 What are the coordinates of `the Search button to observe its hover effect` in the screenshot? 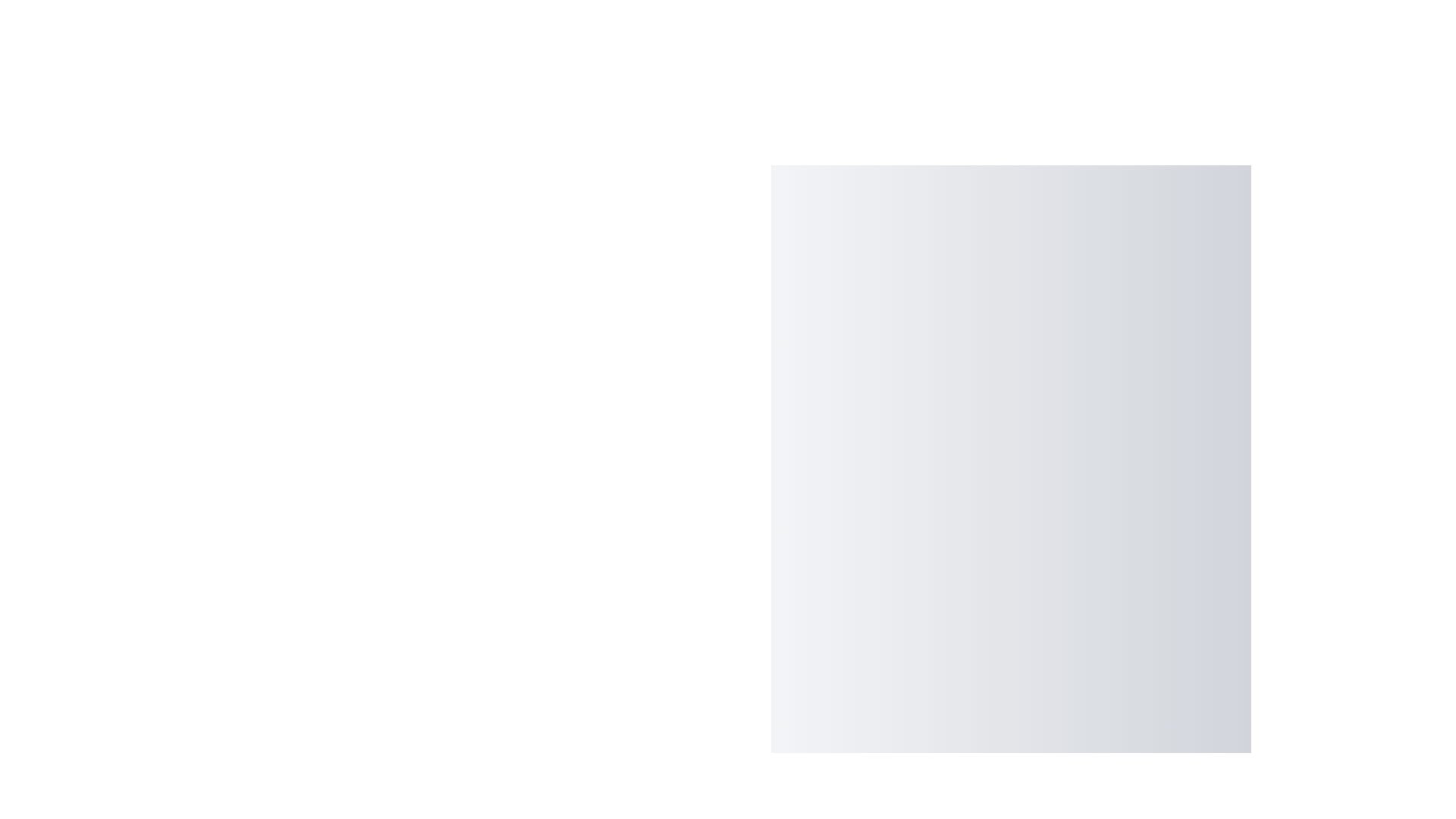 It's located at (1230, 810).